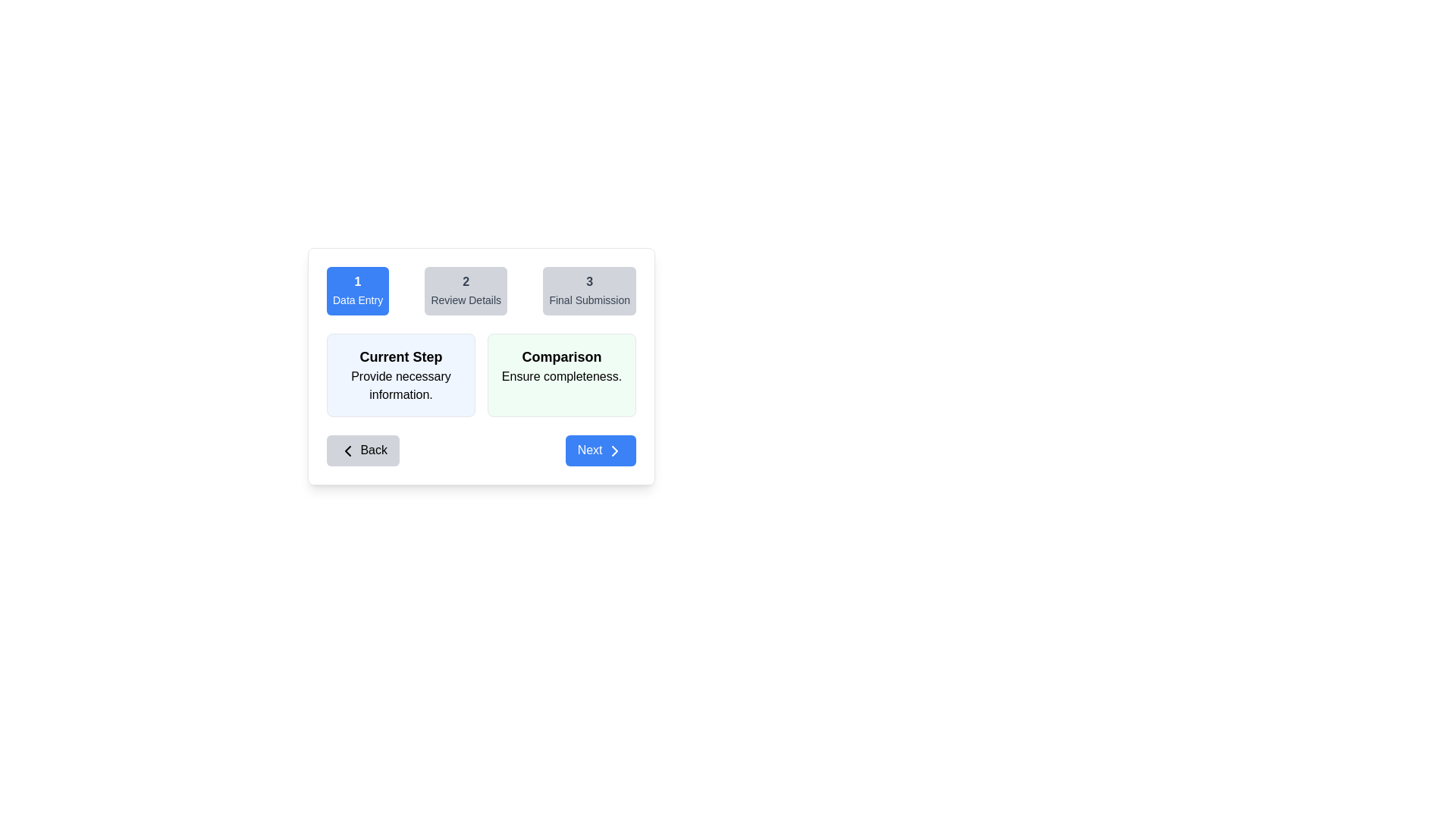  What do you see at coordinates (465, 281) in the screenshot?
I see `the second step indicator displaying the numeral '2' within the step navigation bar, which is part of the process indicating 'Review Details'` at bounding box center [465, 281].